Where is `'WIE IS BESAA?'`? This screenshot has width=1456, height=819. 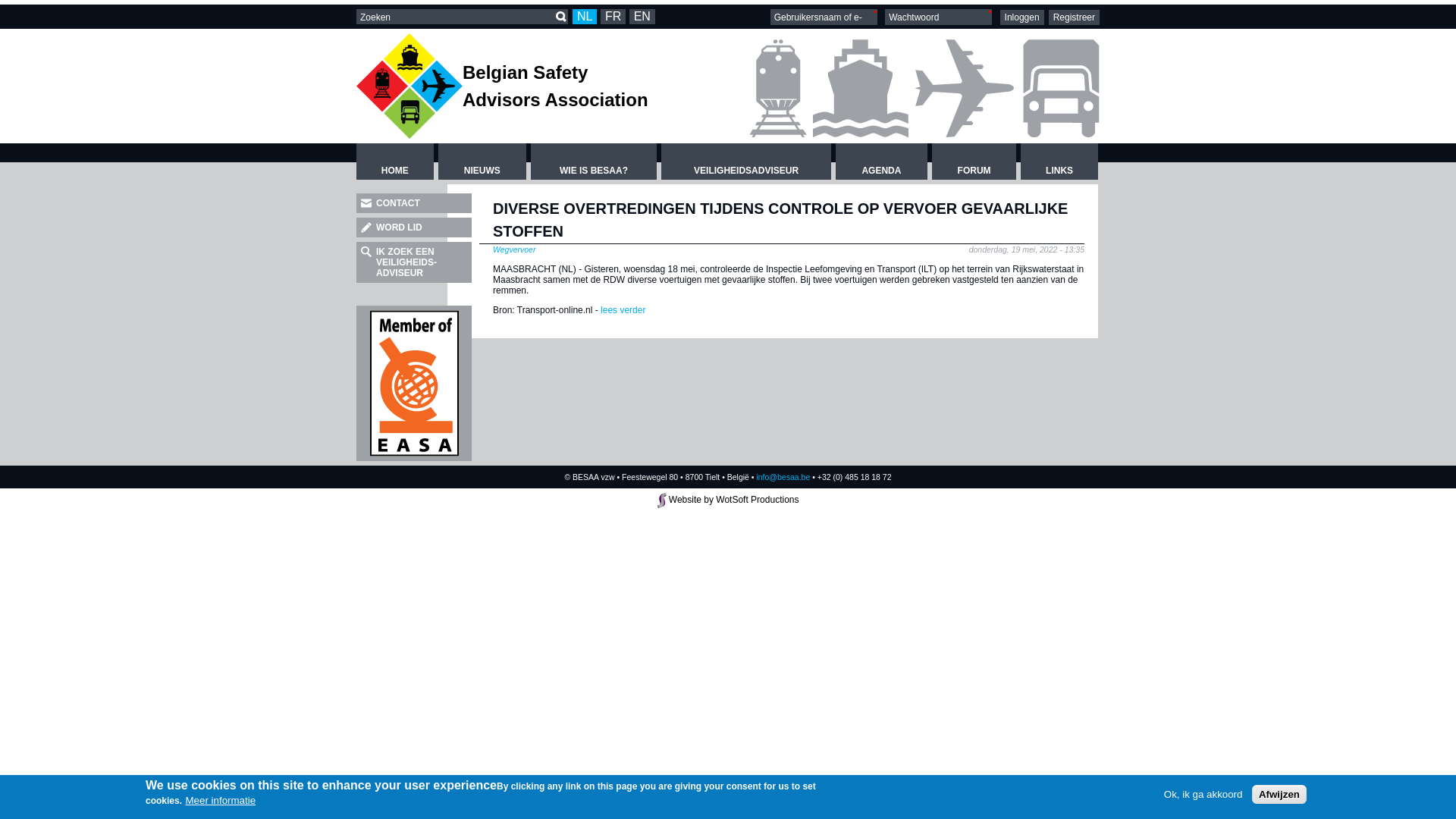
'WIE IS BESAA?' is located at coordinates (592, 161).